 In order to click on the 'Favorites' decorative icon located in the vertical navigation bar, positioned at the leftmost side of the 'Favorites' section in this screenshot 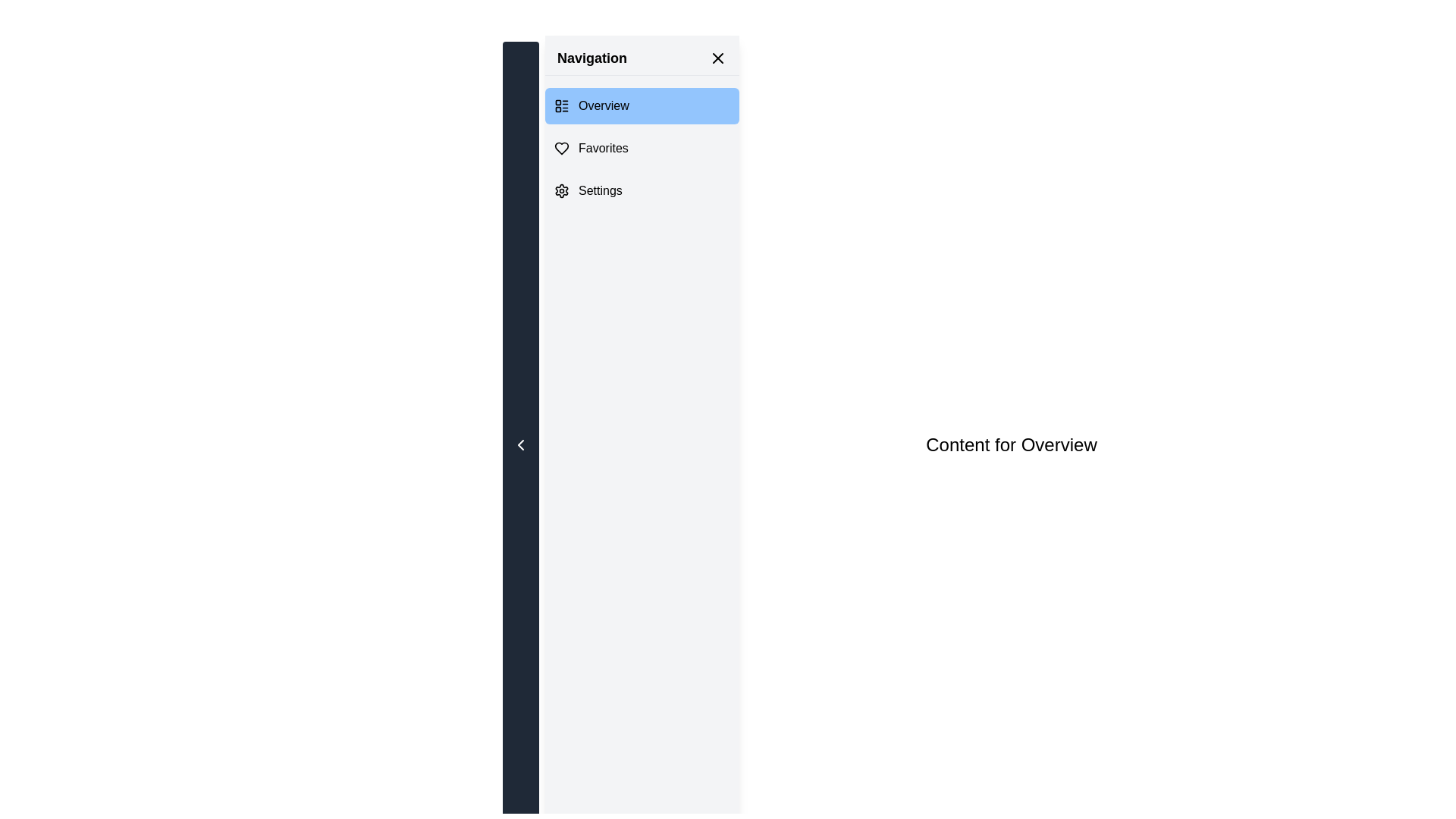, I will do `click(560, 149)`.